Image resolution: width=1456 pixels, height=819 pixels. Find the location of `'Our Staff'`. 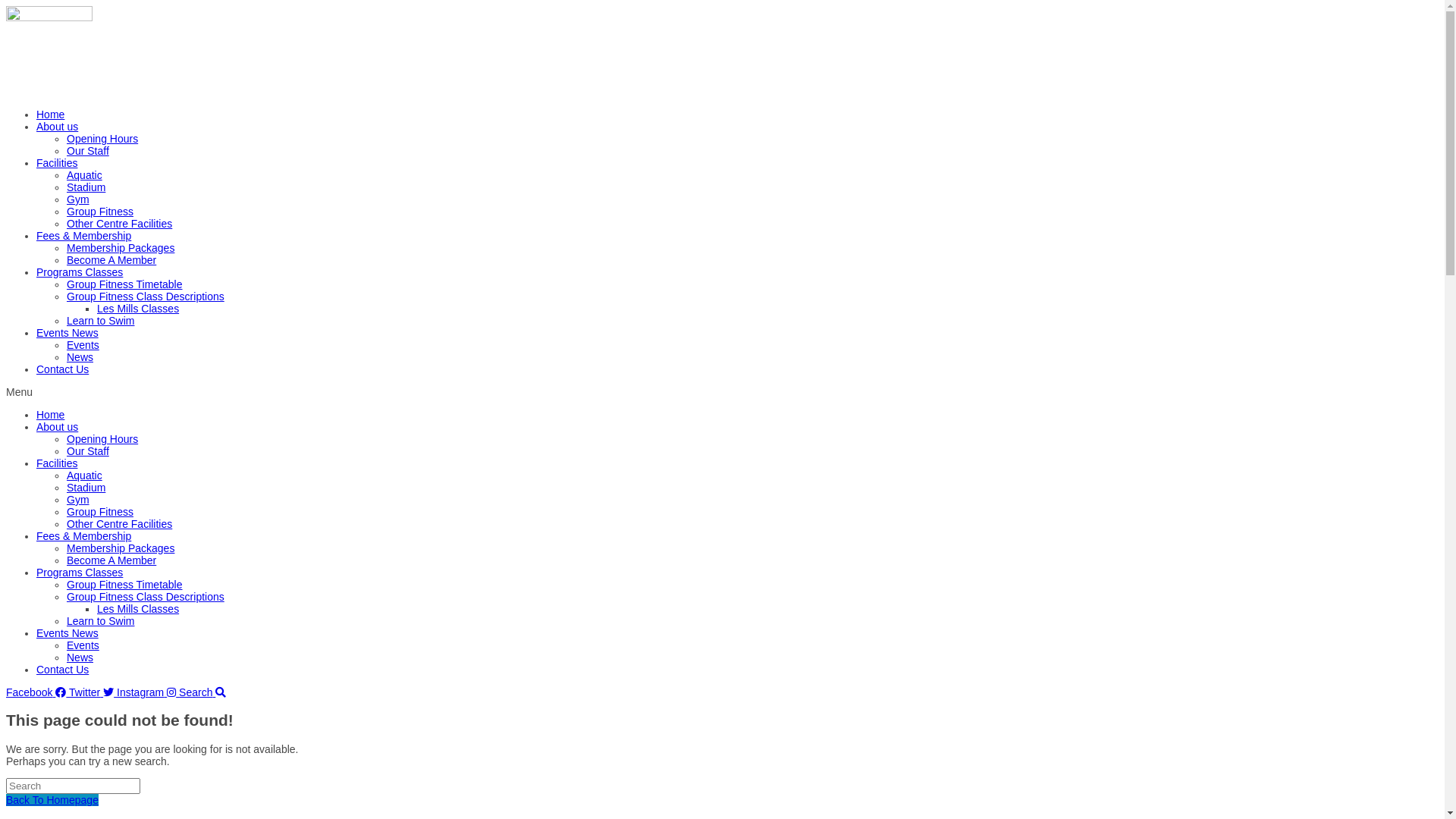

'Our Staff' is located at coordinates (86, 450).